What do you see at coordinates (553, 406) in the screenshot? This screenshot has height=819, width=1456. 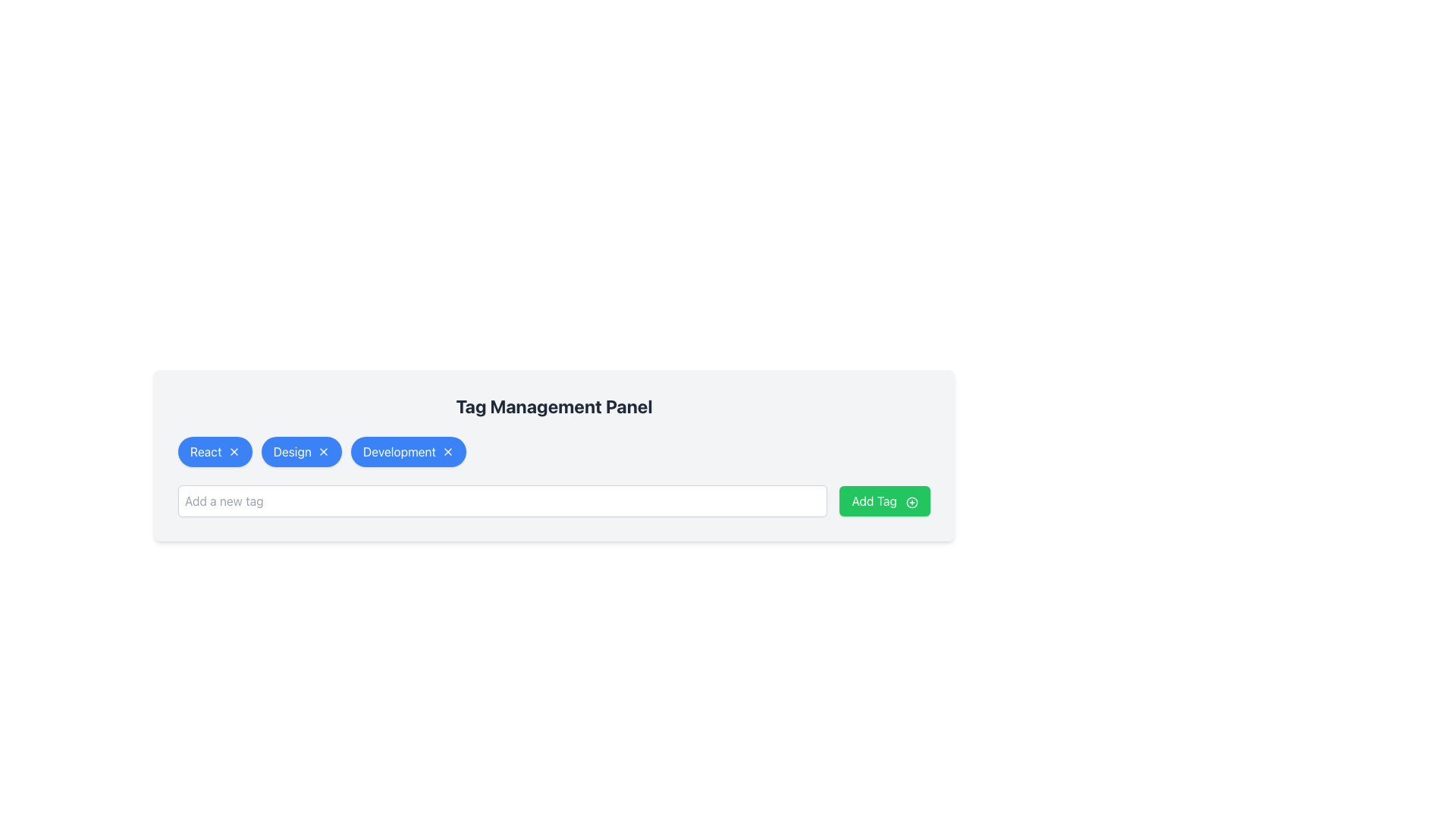 I see `the Text heading element that serves as the title for the tag management interface, which is centrally positioned within a rounded rectangular area with a light gray background` at bounding box center [553, 406].